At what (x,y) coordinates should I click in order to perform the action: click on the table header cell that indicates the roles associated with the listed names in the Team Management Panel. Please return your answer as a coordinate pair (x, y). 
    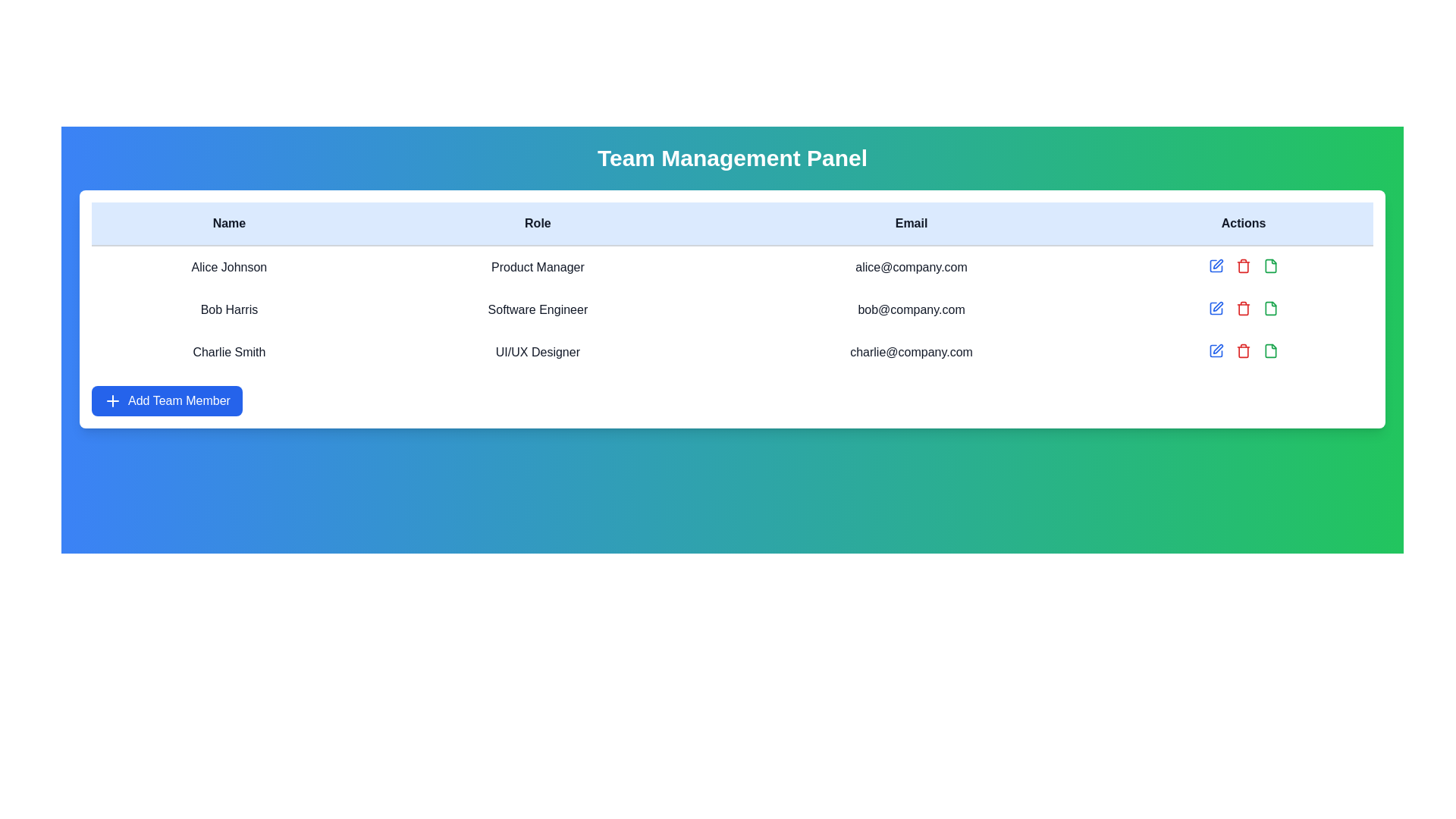
    Looking at the image, I should click on (538, 224).